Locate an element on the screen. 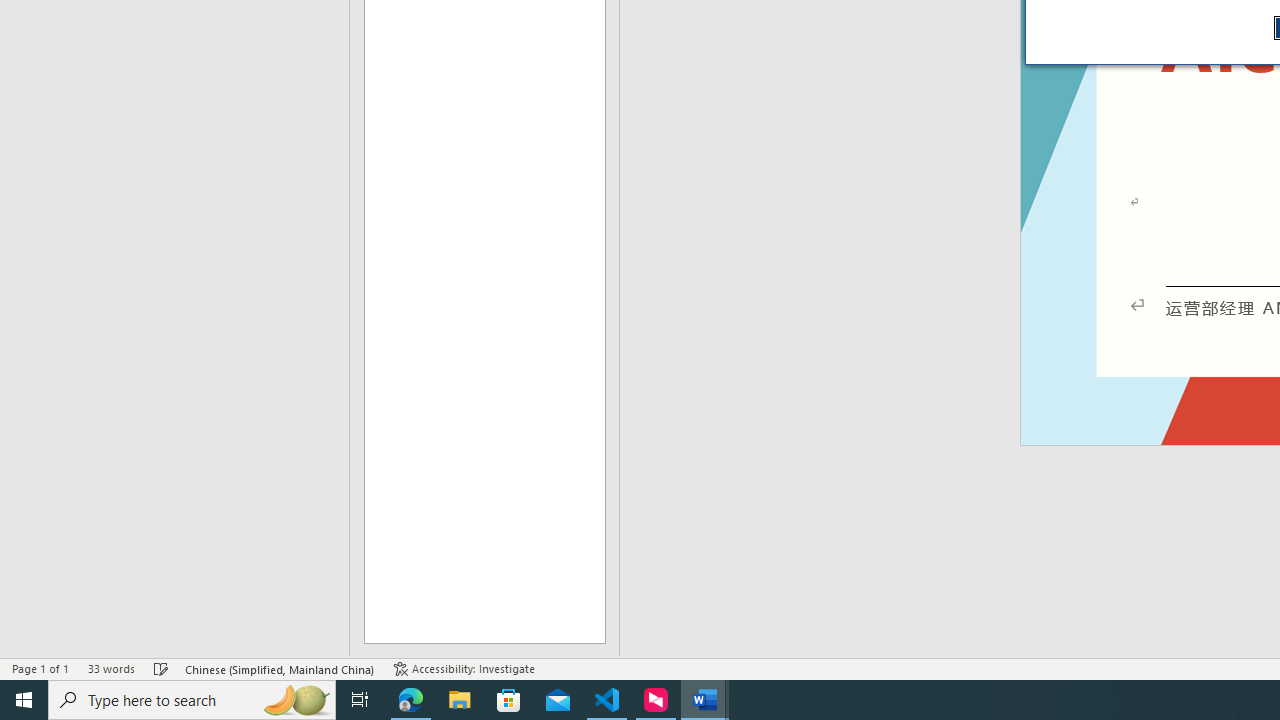 The width and height of the screenshot is (1280, 720). 'Microsoft Edge - 1 running window' is located at coordinates (410, 698).